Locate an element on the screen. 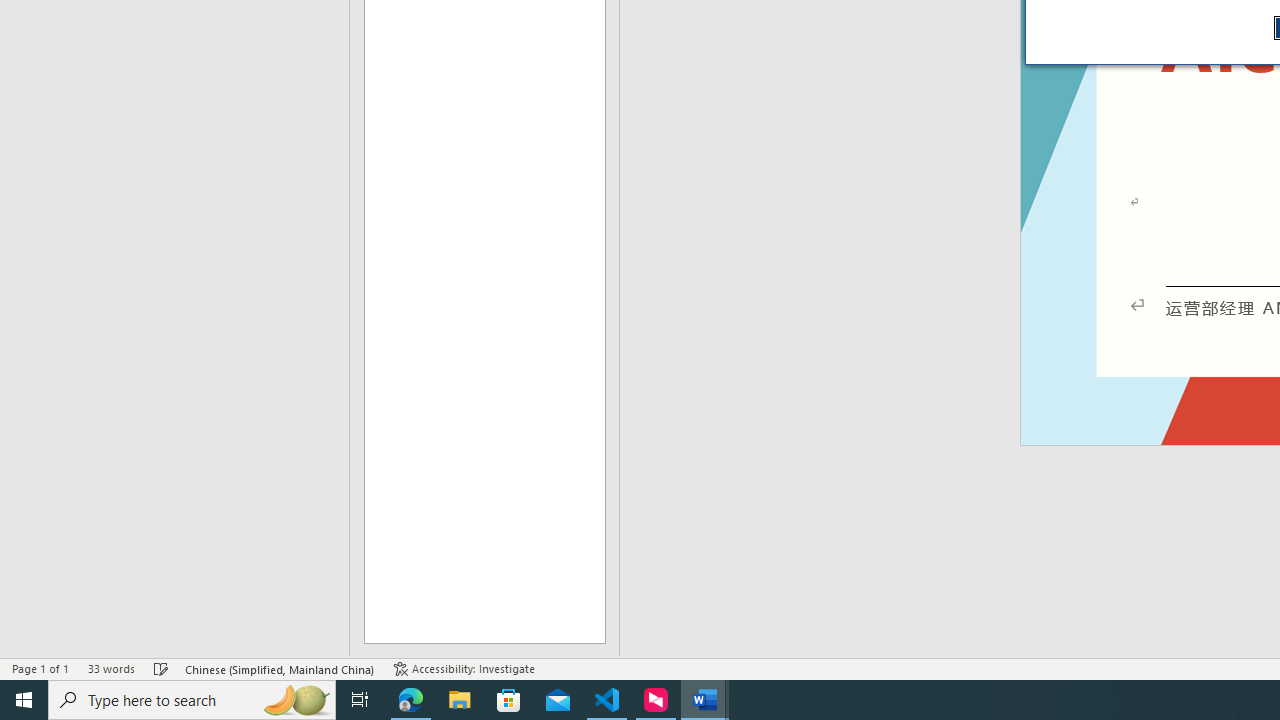 The width and height of the screenshot is (1280, 720). 'Microsoft Edge - 1 running window' is located at coordinates (410, 698).